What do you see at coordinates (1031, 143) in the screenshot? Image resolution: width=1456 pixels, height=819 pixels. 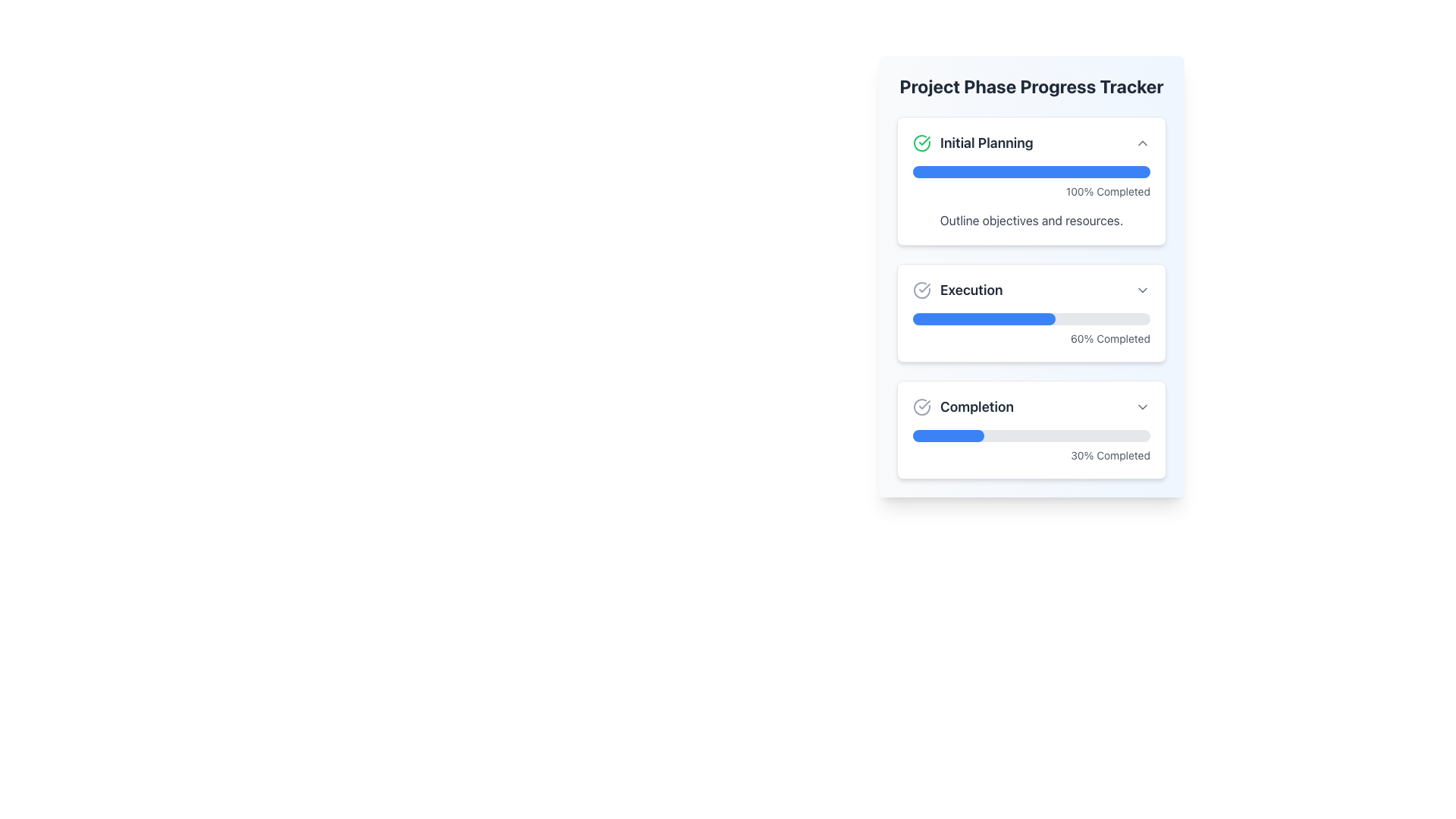 I see `the 'Initial Planning' header with the green checkmark and collapsible arrow icon` at bounding box center [1031, 143].